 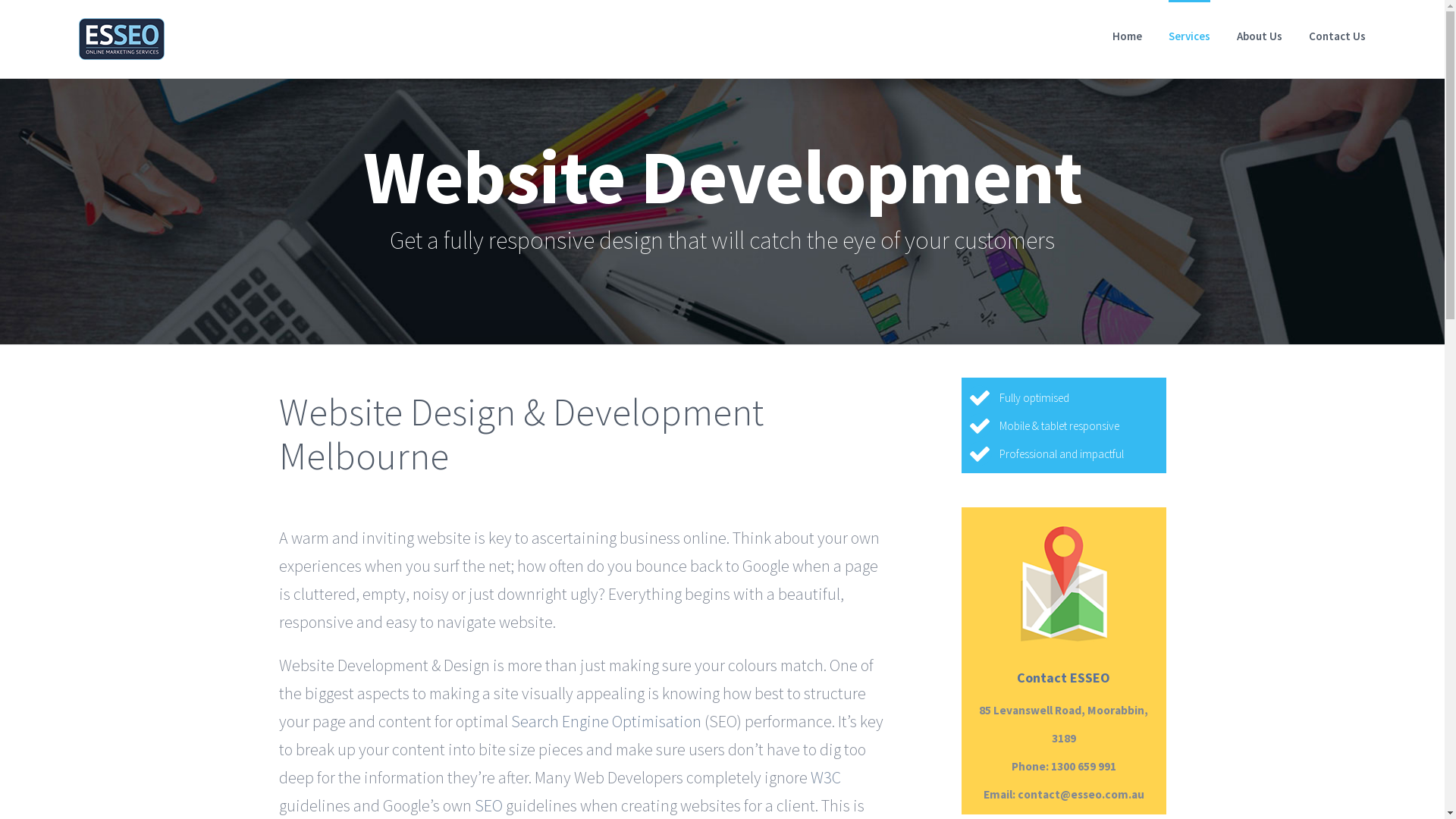 I want to click on 'W3C', so click(x=809, y=776).